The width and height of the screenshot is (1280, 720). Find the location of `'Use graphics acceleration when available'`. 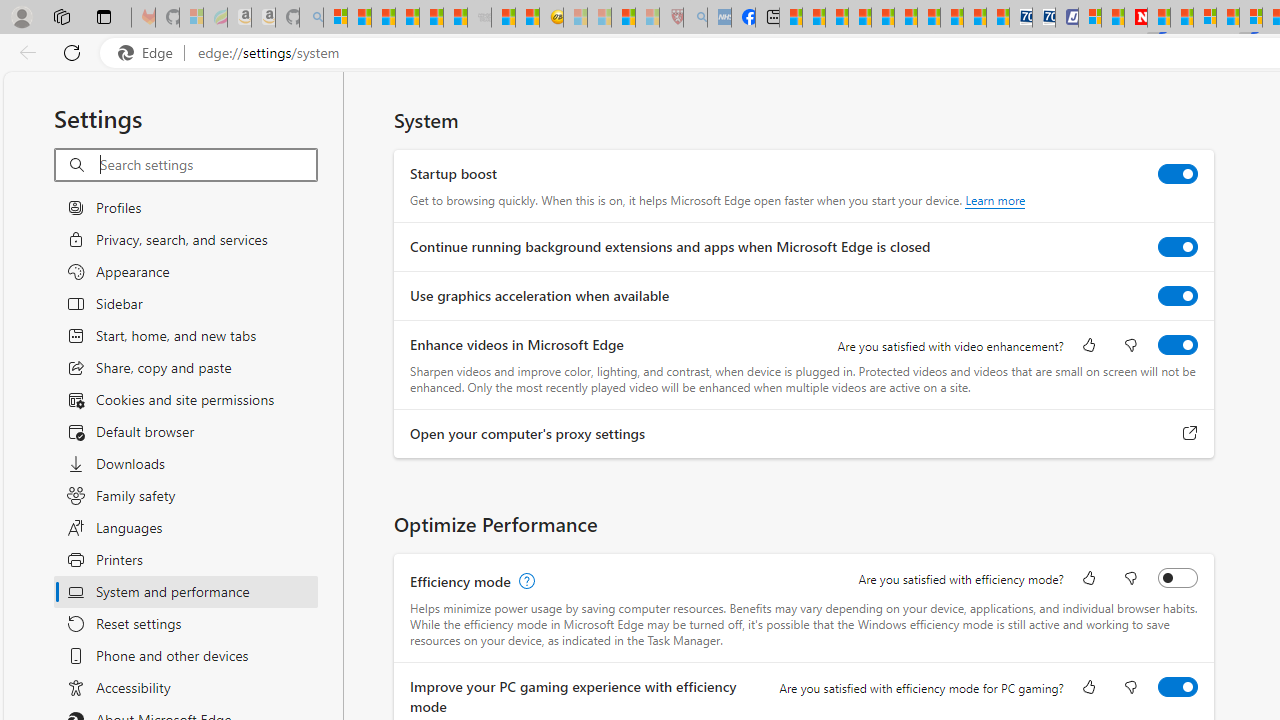

'Use graphics acceleration when available' is located at coordinates (1178, 295).